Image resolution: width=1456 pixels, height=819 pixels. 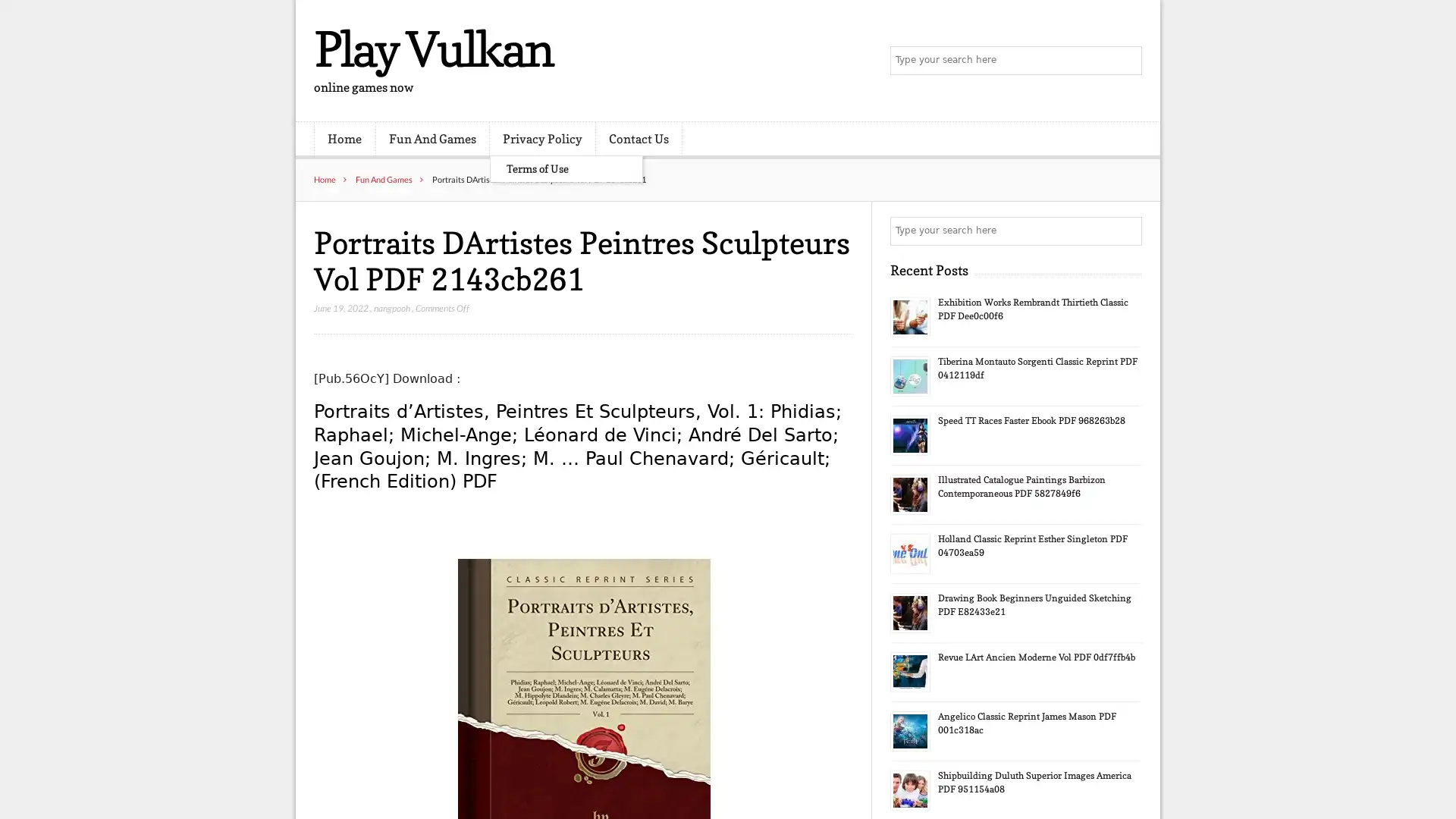 I want to click on Search, so click(x=1126, y=231).